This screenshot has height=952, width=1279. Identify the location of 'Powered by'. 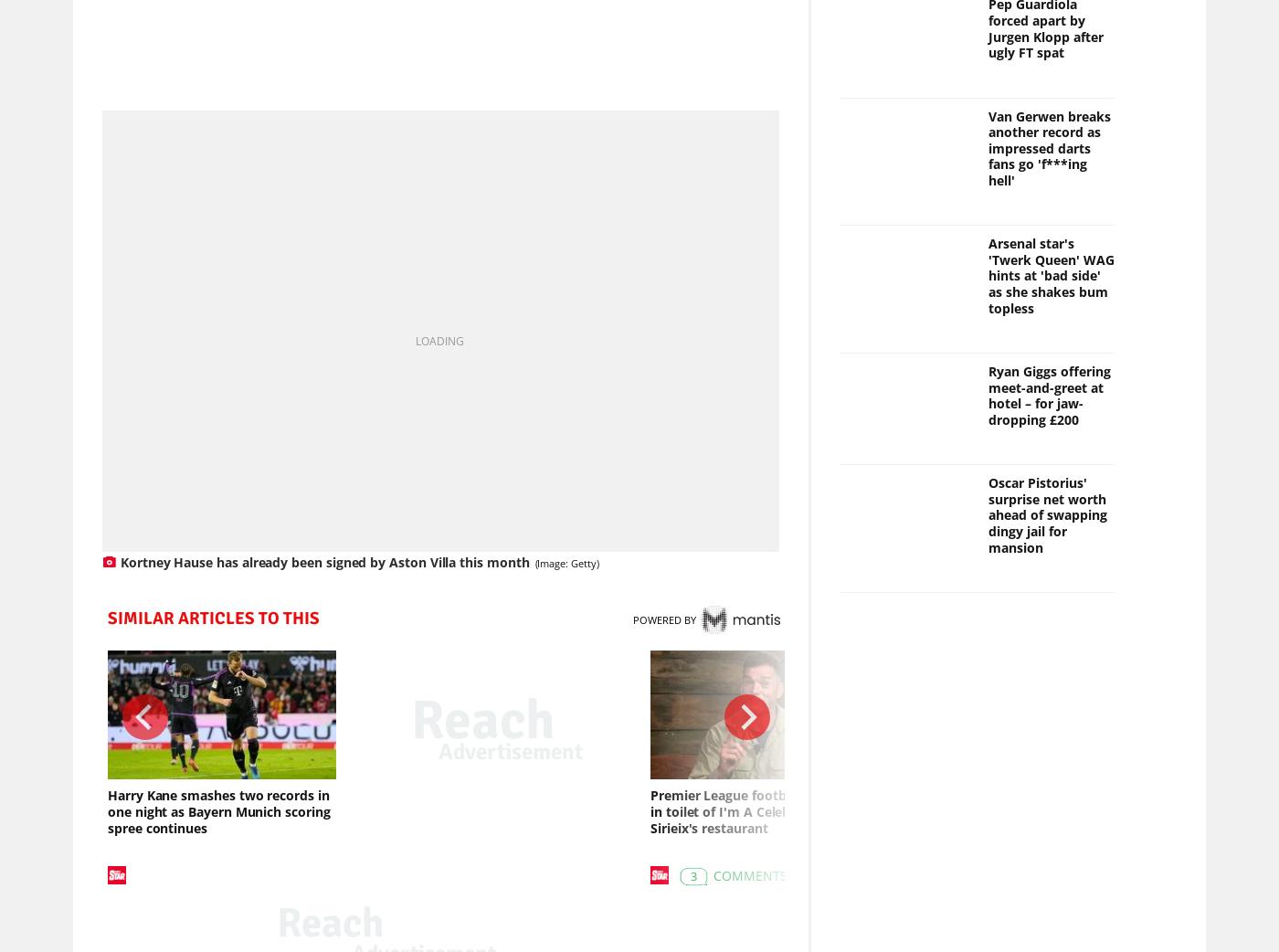
(663, 622).